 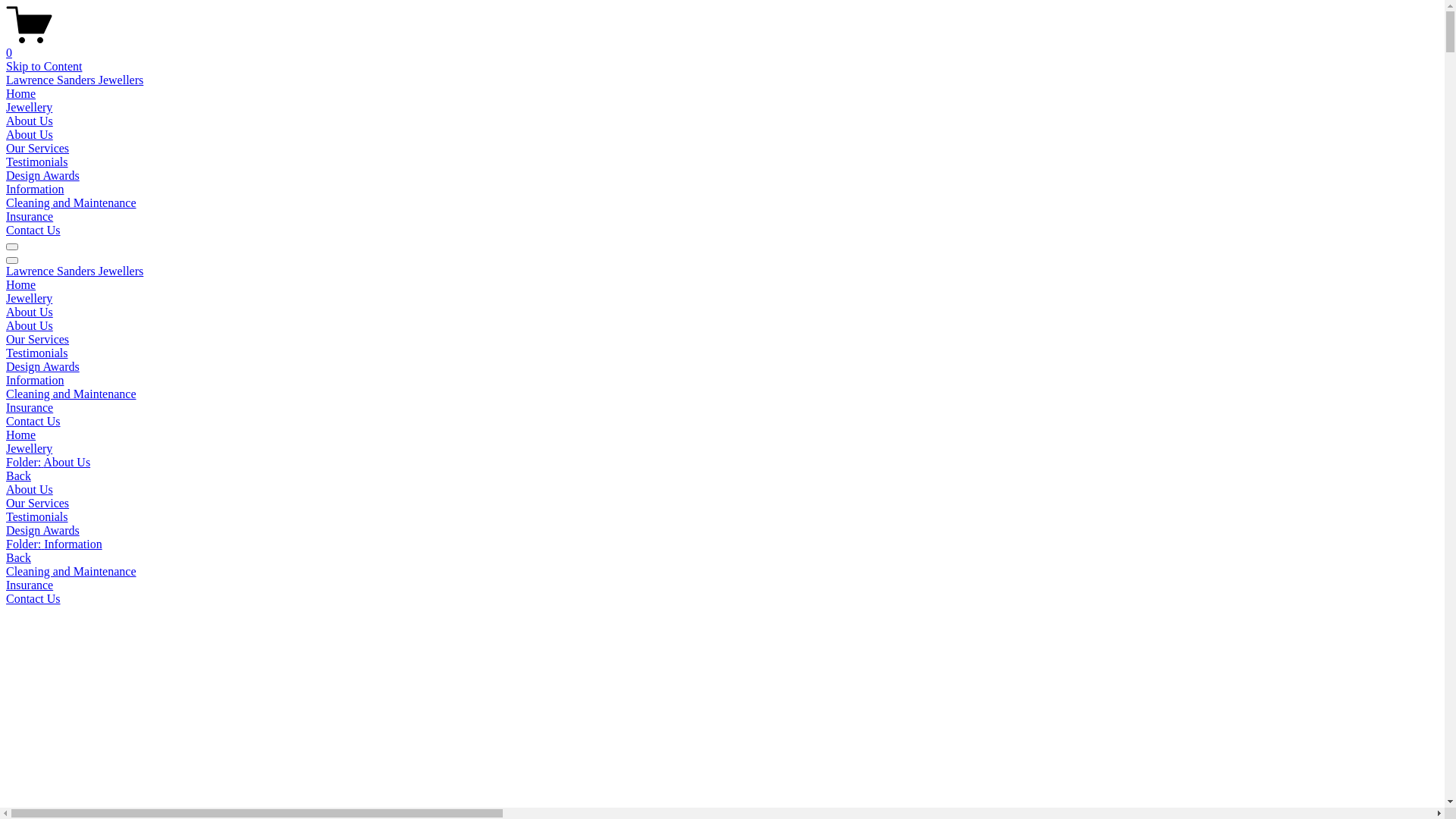 What do you see at coordinates (29, 120) in the screenshot?
I see `'About Us'` at bounding box center [29, 120].